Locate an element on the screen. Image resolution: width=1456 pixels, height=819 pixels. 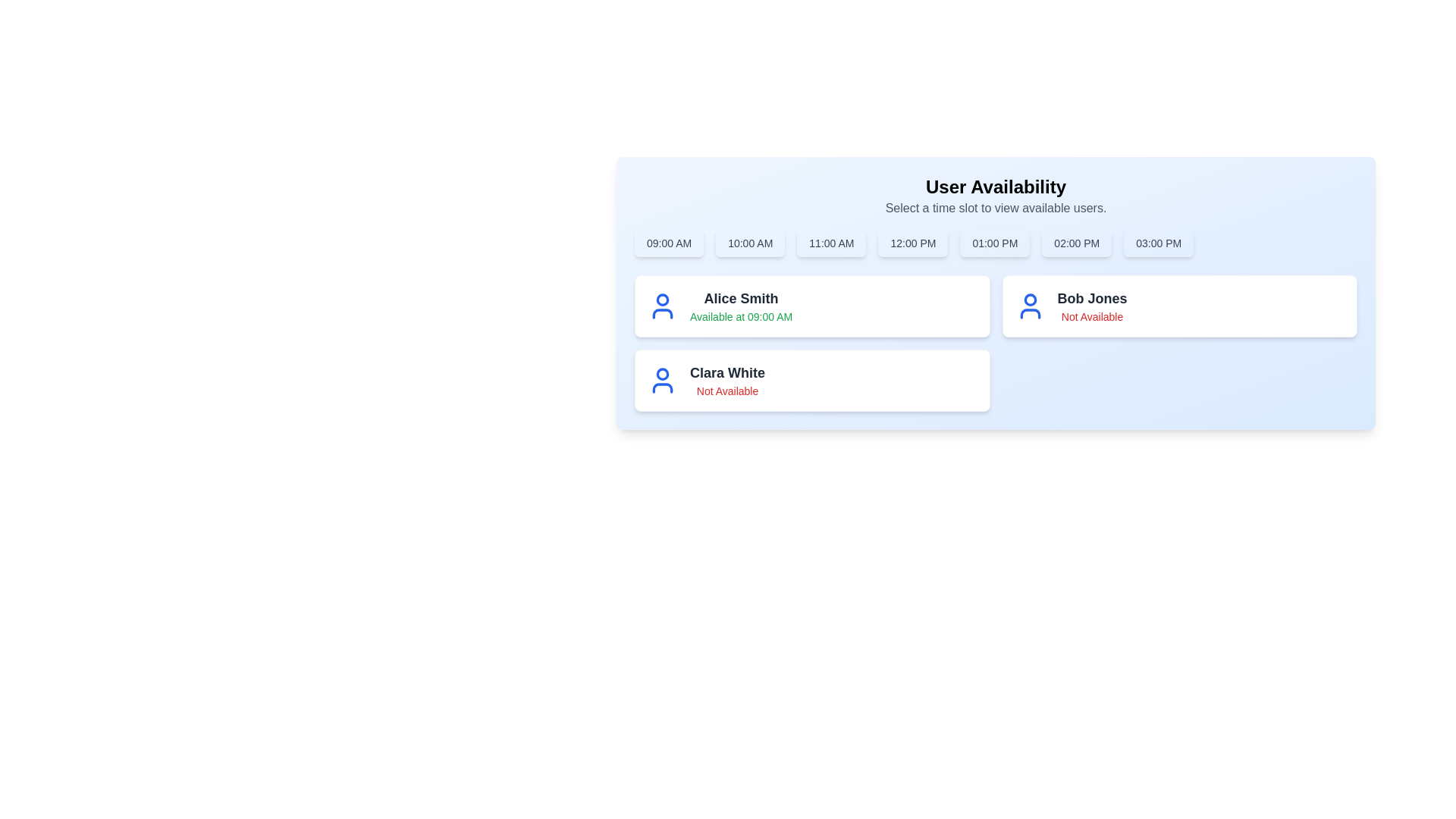
the SVG circle element that represents the head portion of the user icon for Clara White in the user availability list is located at coordinates (662, 374).